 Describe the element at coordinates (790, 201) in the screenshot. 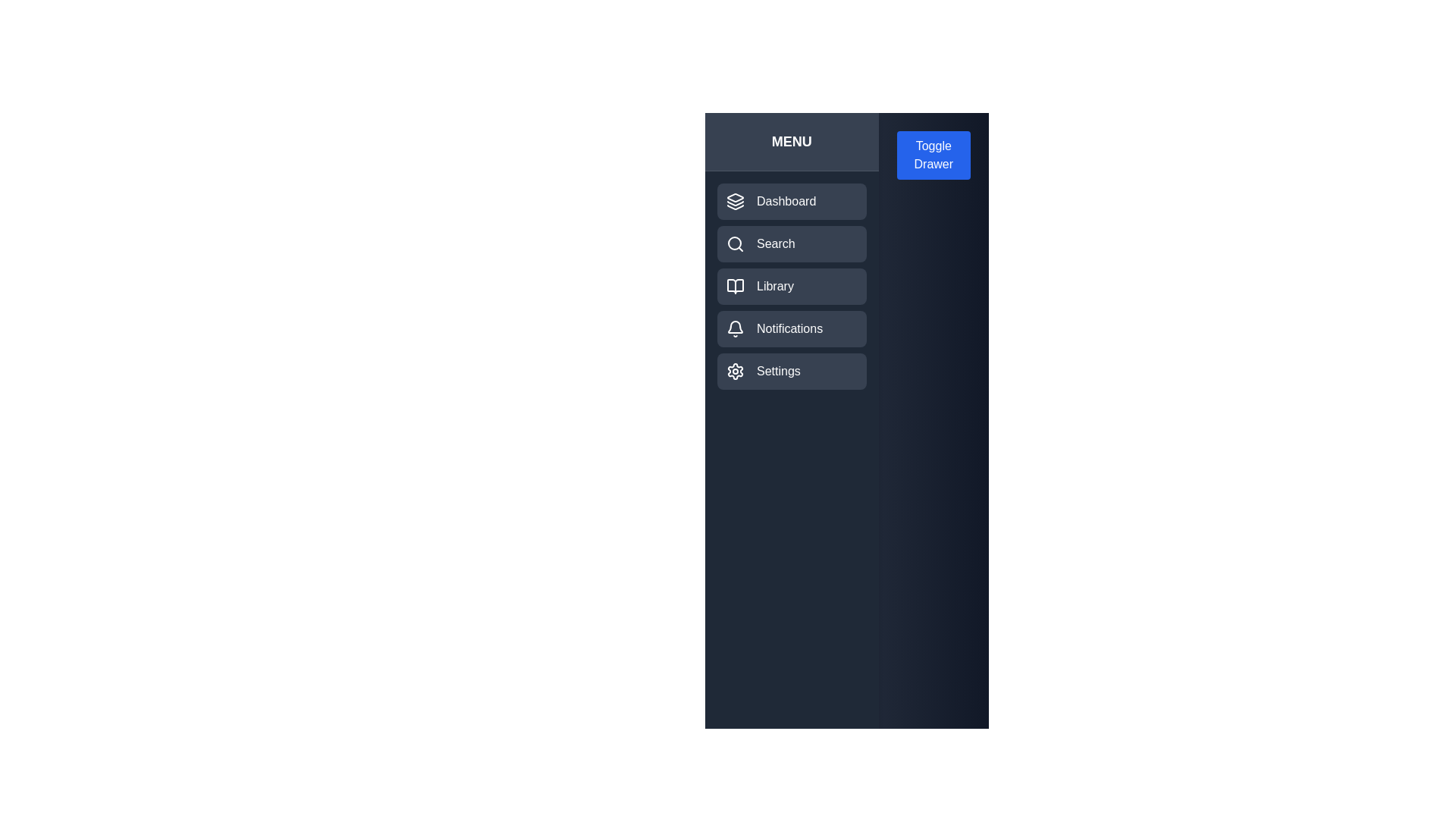

I see `the menu item labeled 'Dashboard' to observe its hover effect` at that location.